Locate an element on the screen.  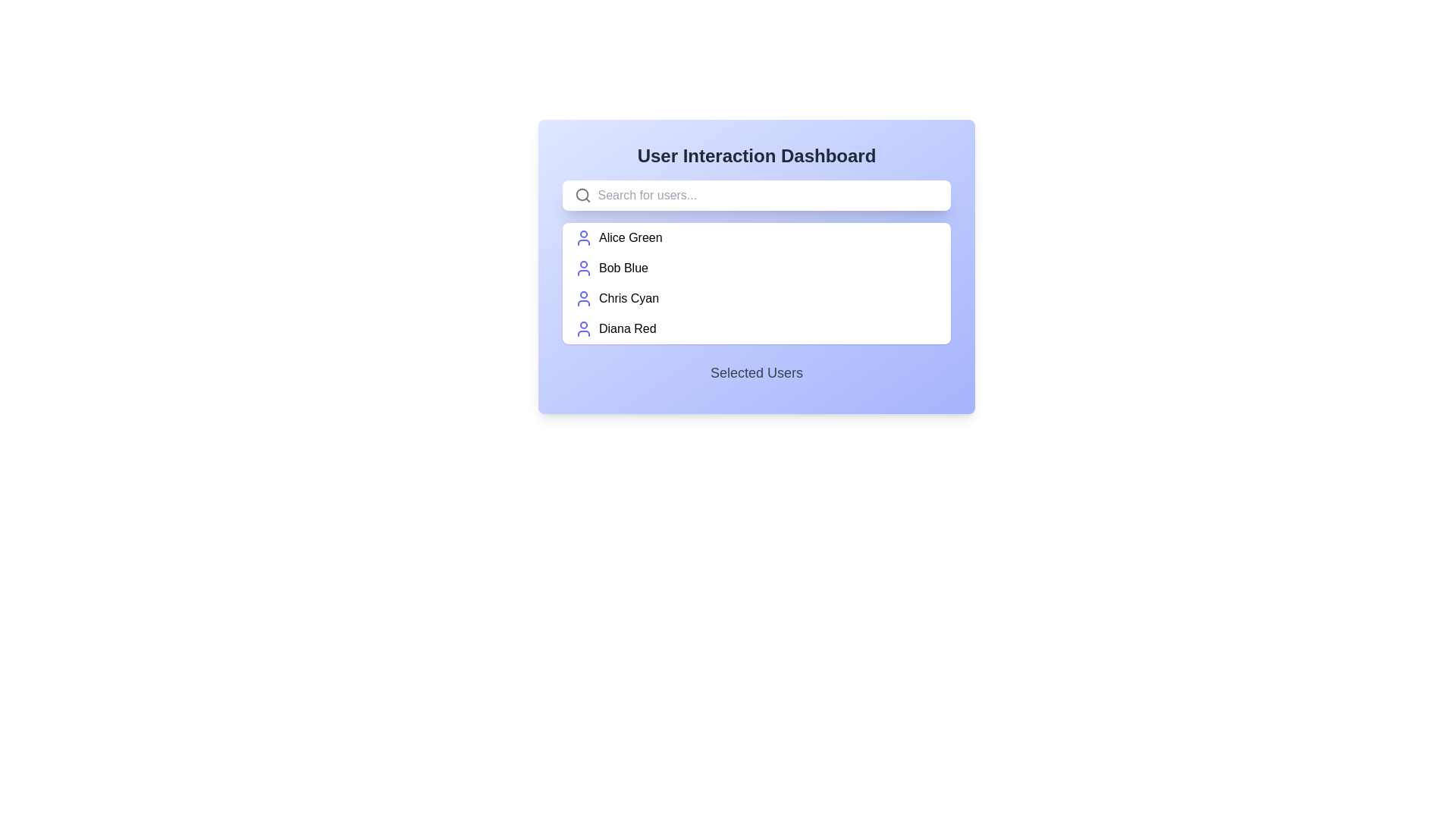
the selectable list item representing the user 'Bob Blue' is located at coordinates (757, 268).